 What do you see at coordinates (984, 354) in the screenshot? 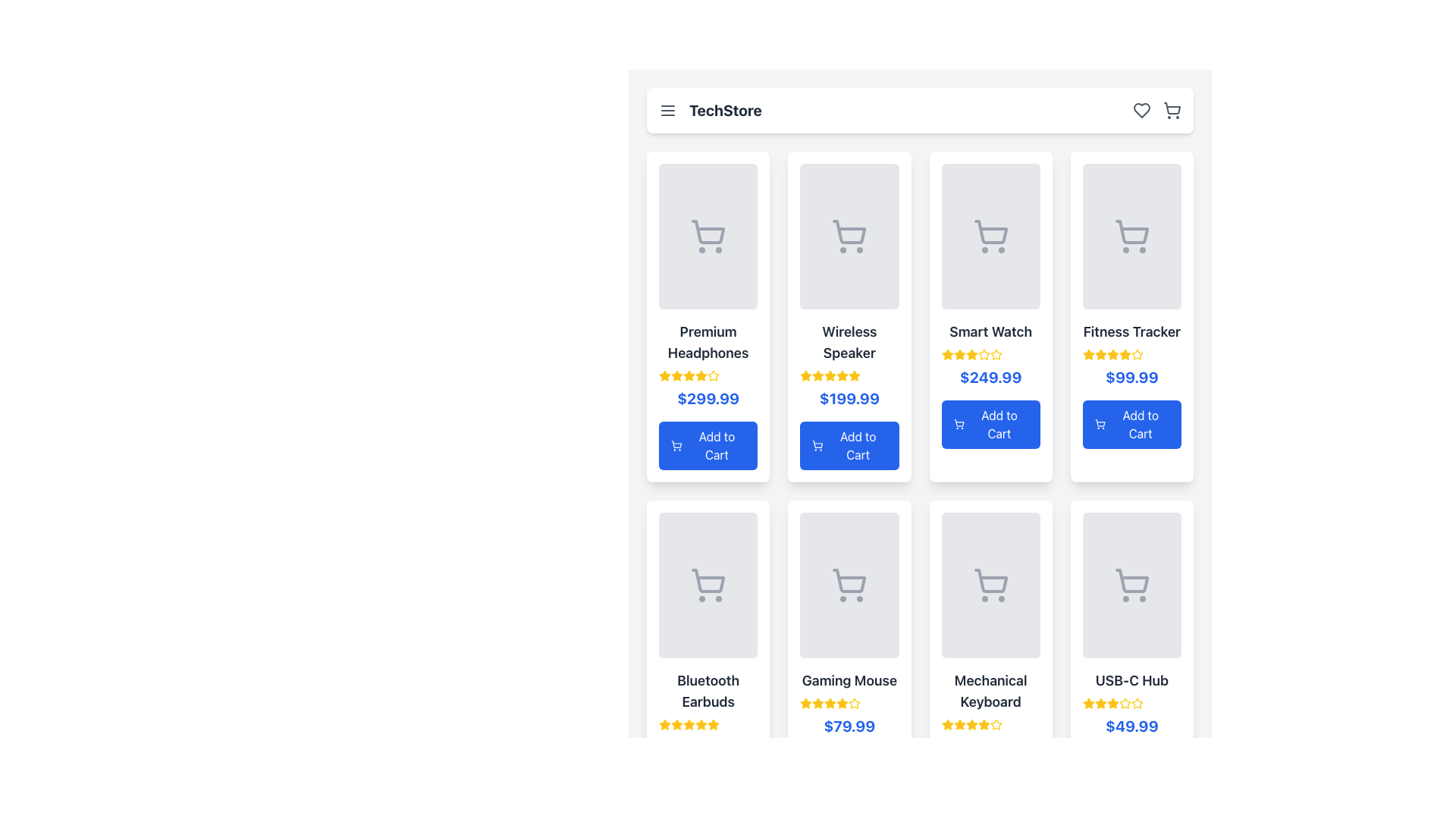
I see `the sixth star icon in the rating system for the 'Smart Watch' product, which is outlined in yellow and styled cleanly and modernly` at bounding box center [984, 354].